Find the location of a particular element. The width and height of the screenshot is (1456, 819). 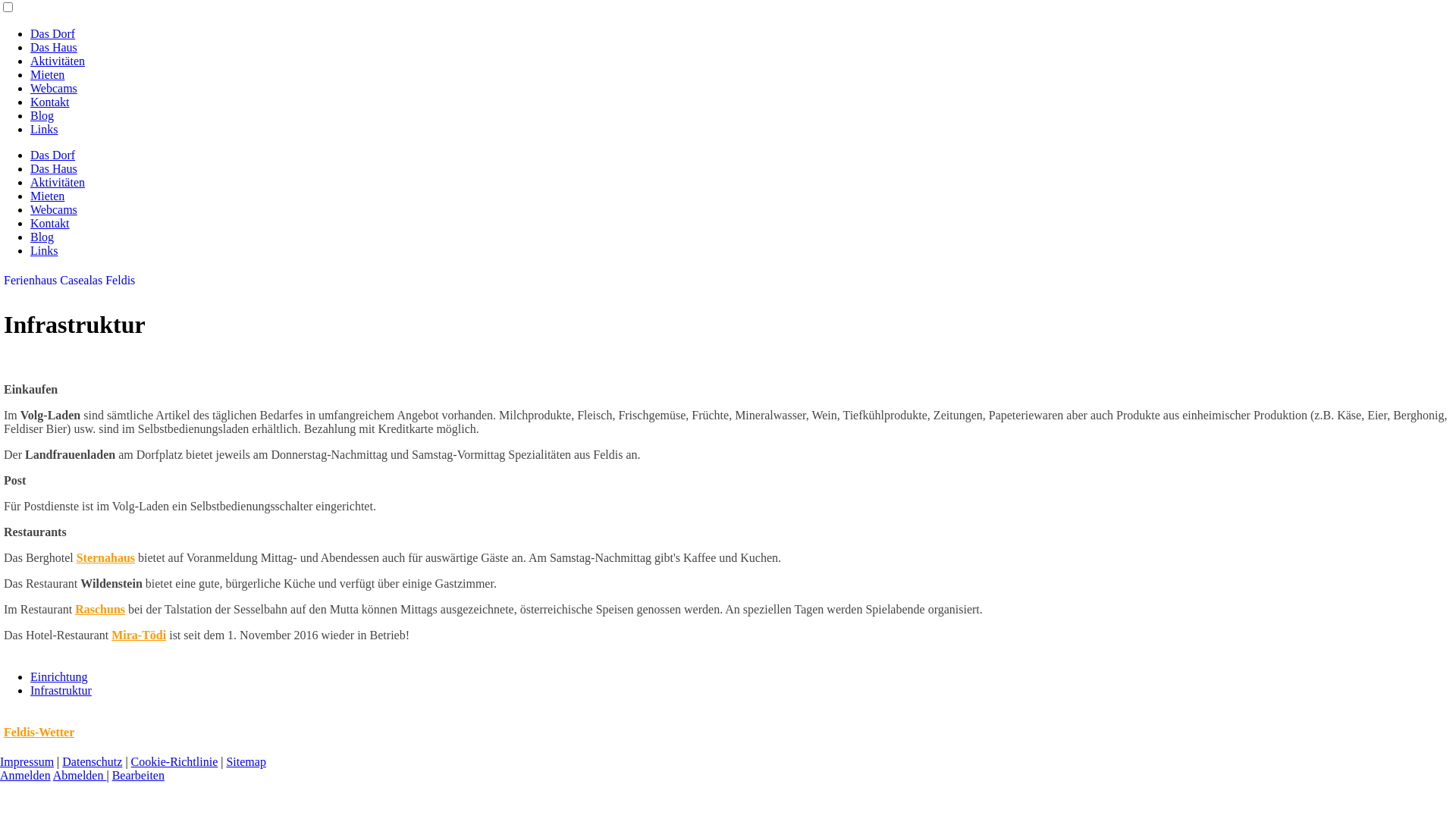

'Blog' is located at coordinates (42, 115).